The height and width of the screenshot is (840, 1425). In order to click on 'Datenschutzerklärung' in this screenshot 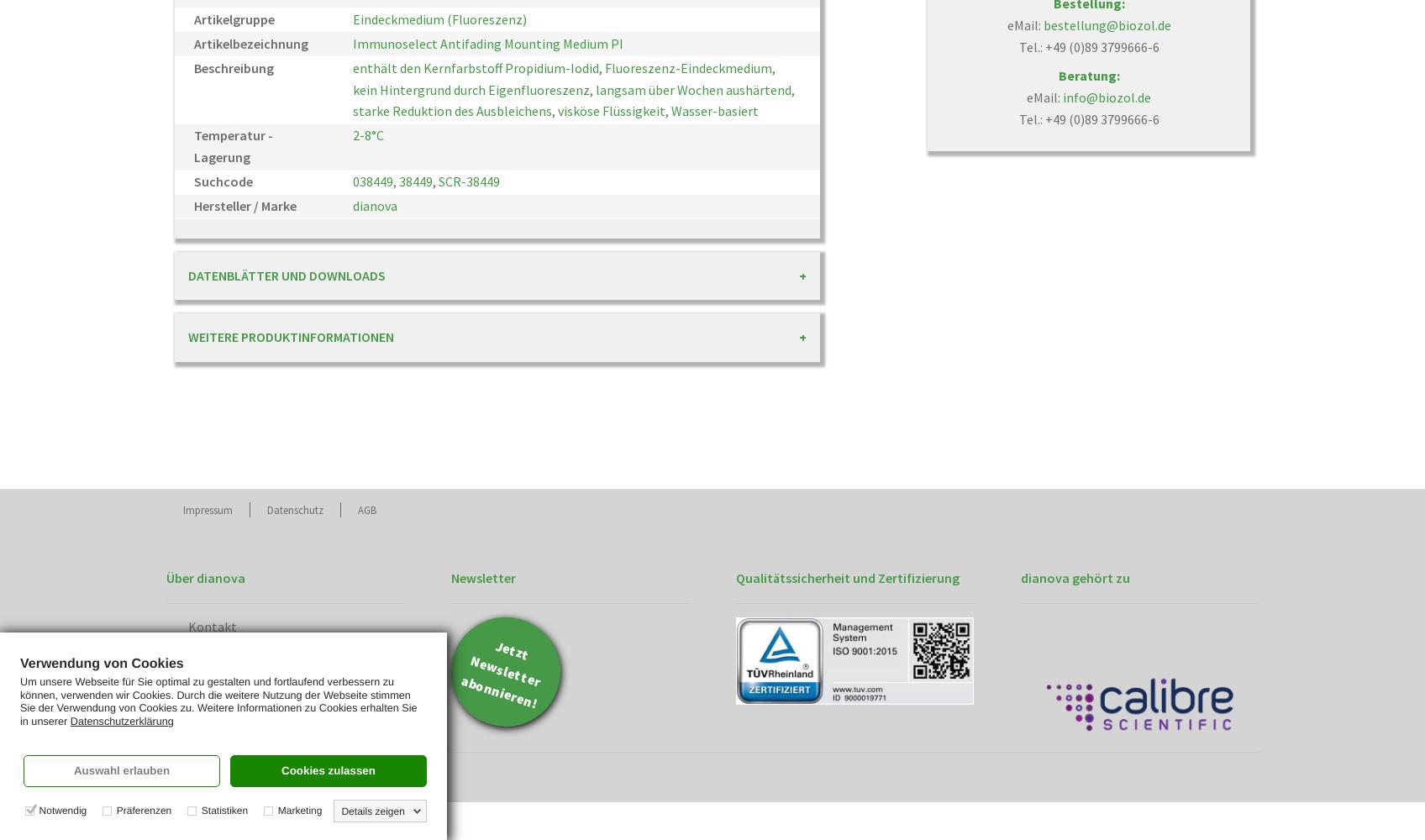, I will do `click(68, 720)`.